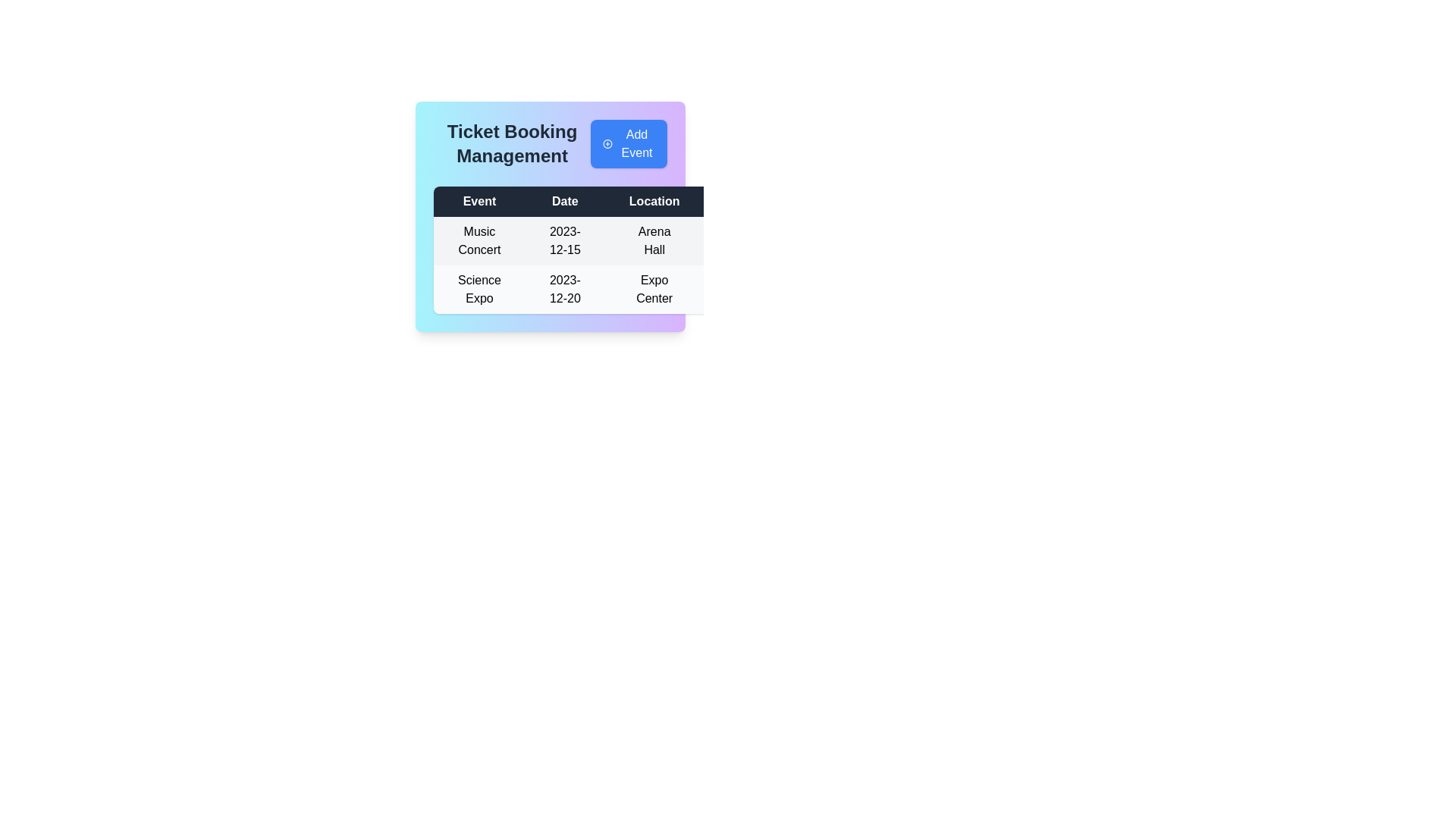  What do you see at coordinates (654, 240) in the screenshot?
I see `text value of the 'Arena Hall' label located in the third column under the 'Location' header in the 'Ticket Booking Management' table` at bounding box center [654, 240].